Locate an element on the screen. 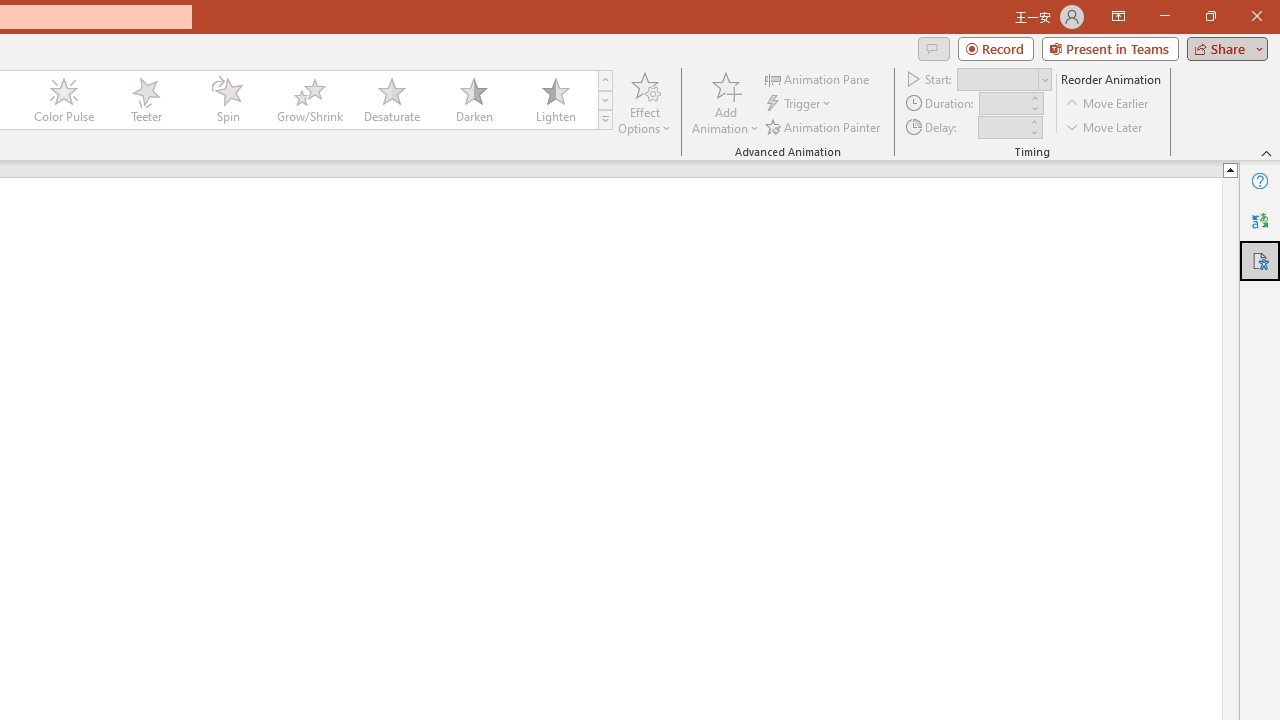 This screenshot has height=720, width=1280. 'Desaturate' is located at coordinates (391, 100).